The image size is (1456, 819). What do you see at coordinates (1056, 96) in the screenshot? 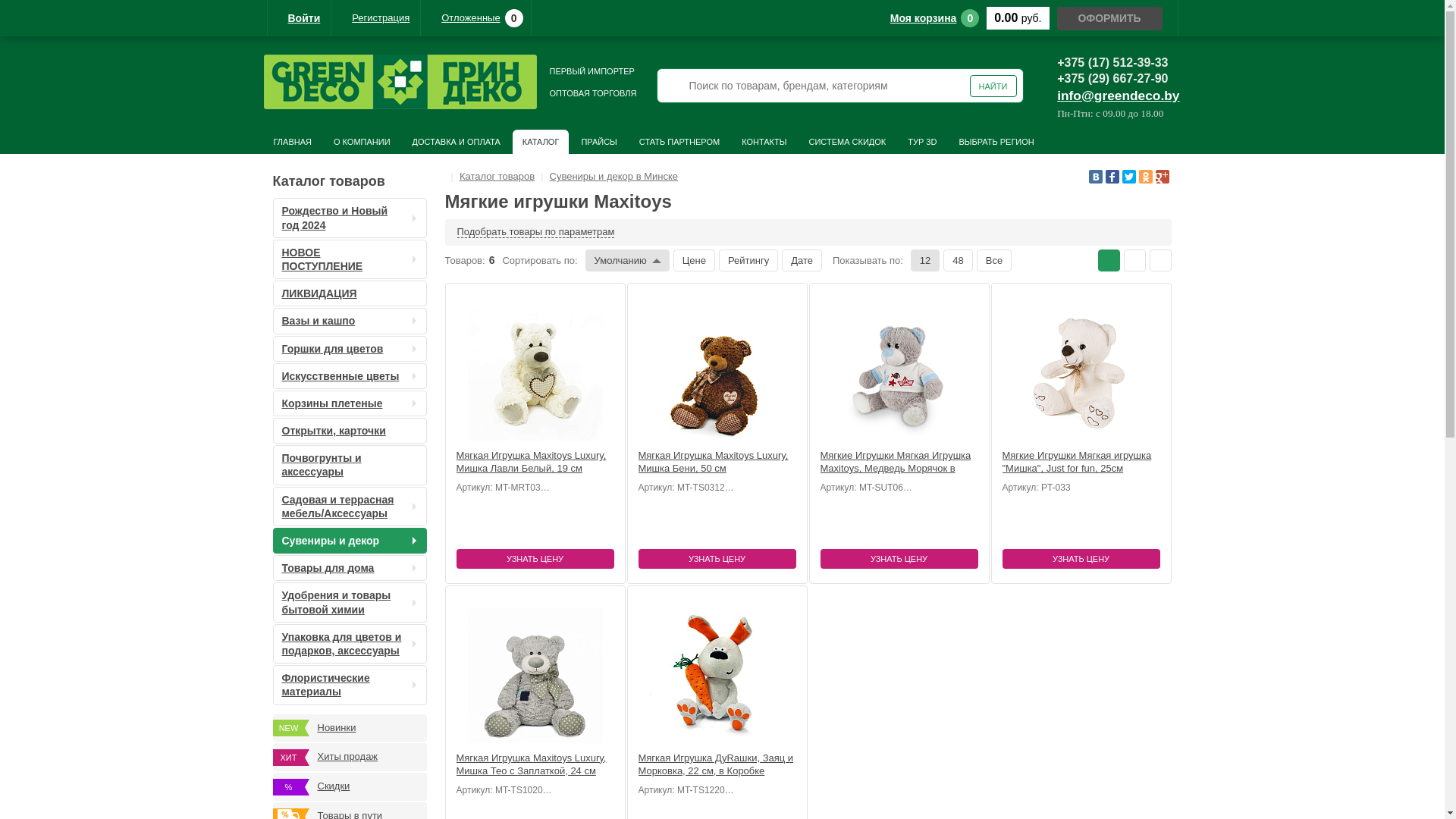
I see `'info@greendeco.by'` at bounding box center [1056, 96].